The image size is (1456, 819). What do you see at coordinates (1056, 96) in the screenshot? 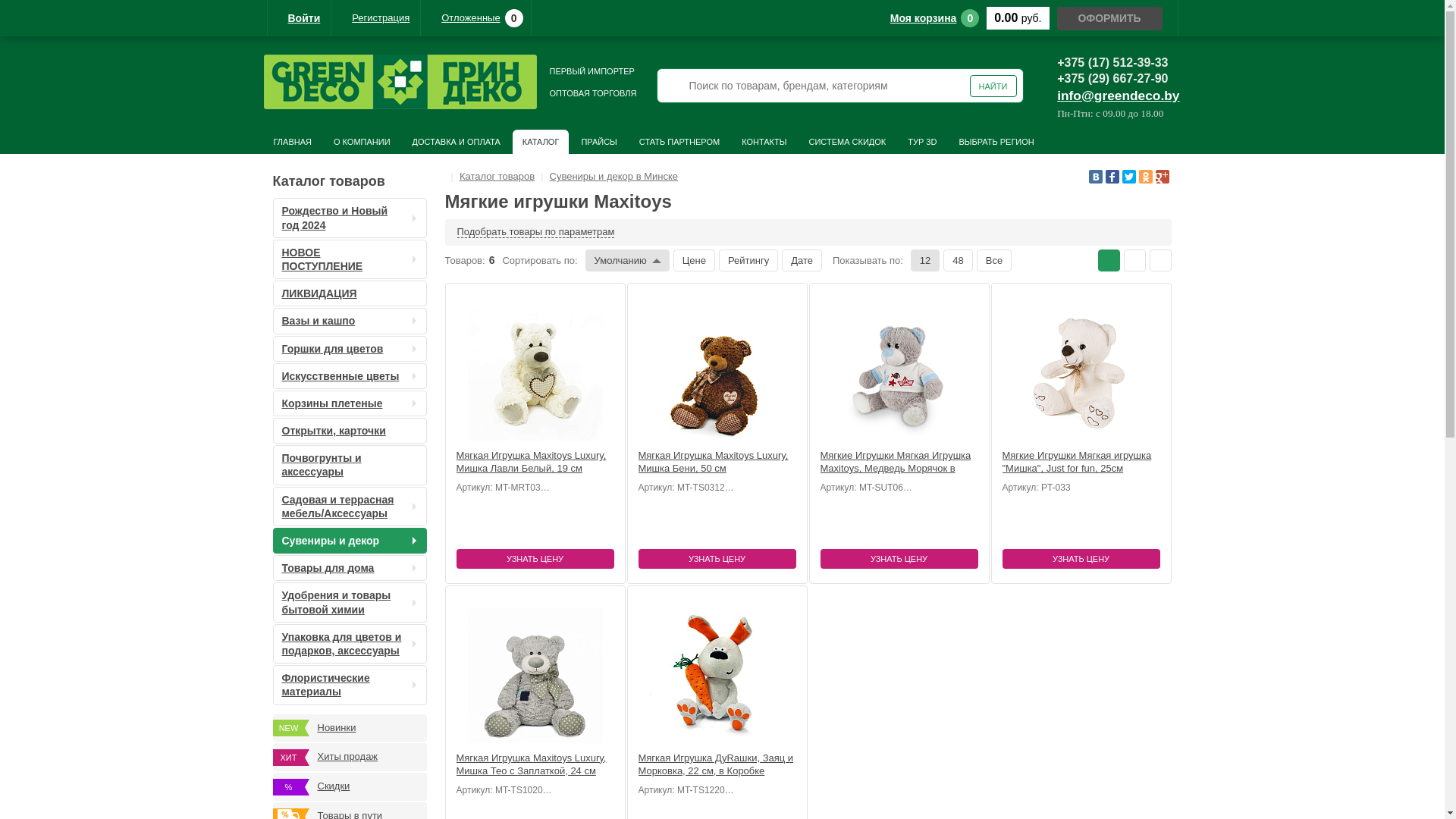
I see `'info@greendeco.by'` at bounding box center [1056, 96].